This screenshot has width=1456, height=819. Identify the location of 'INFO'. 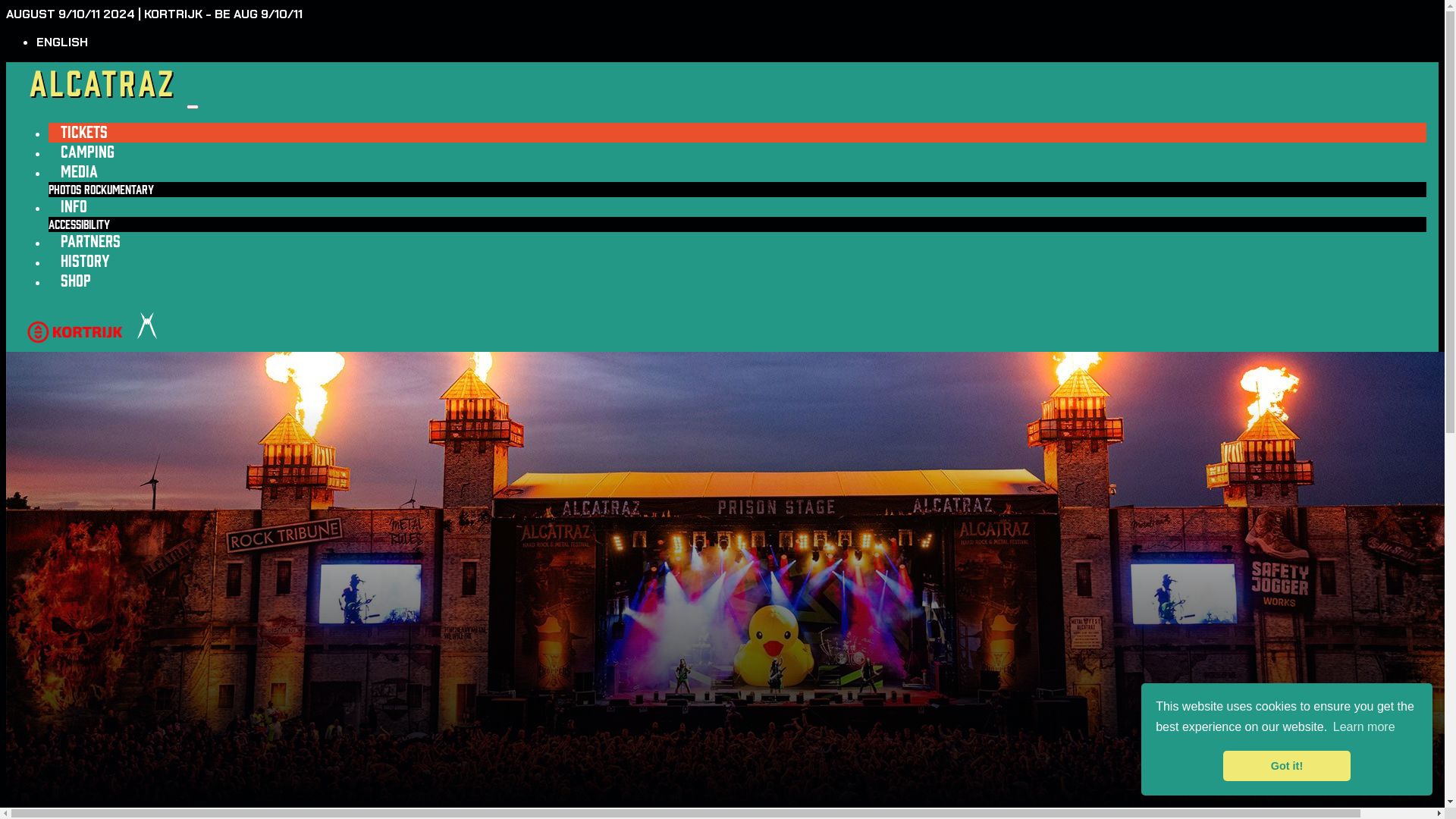
(73, 206).